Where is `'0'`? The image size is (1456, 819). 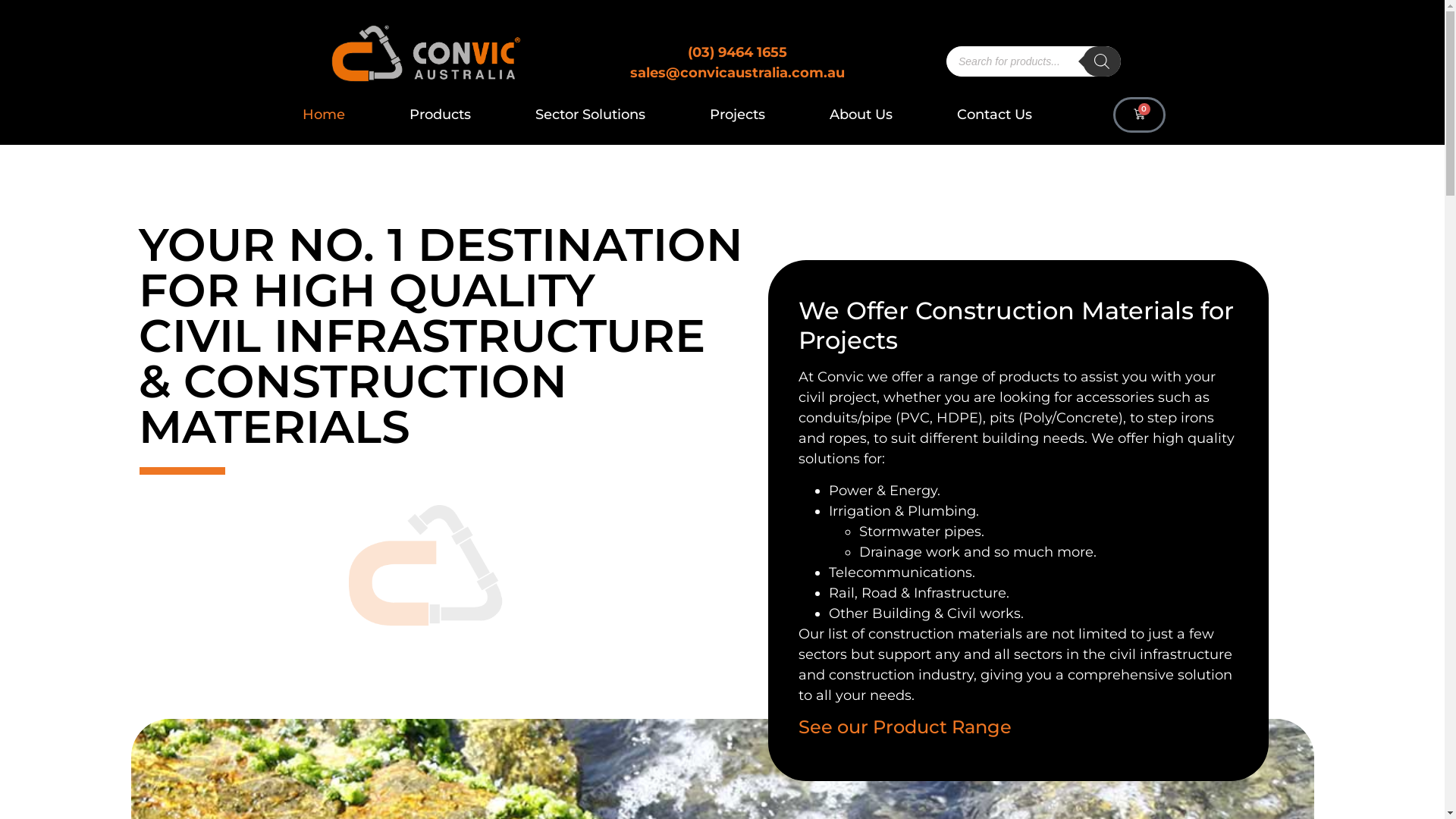 '0' is located at coordinates (1113, 114).